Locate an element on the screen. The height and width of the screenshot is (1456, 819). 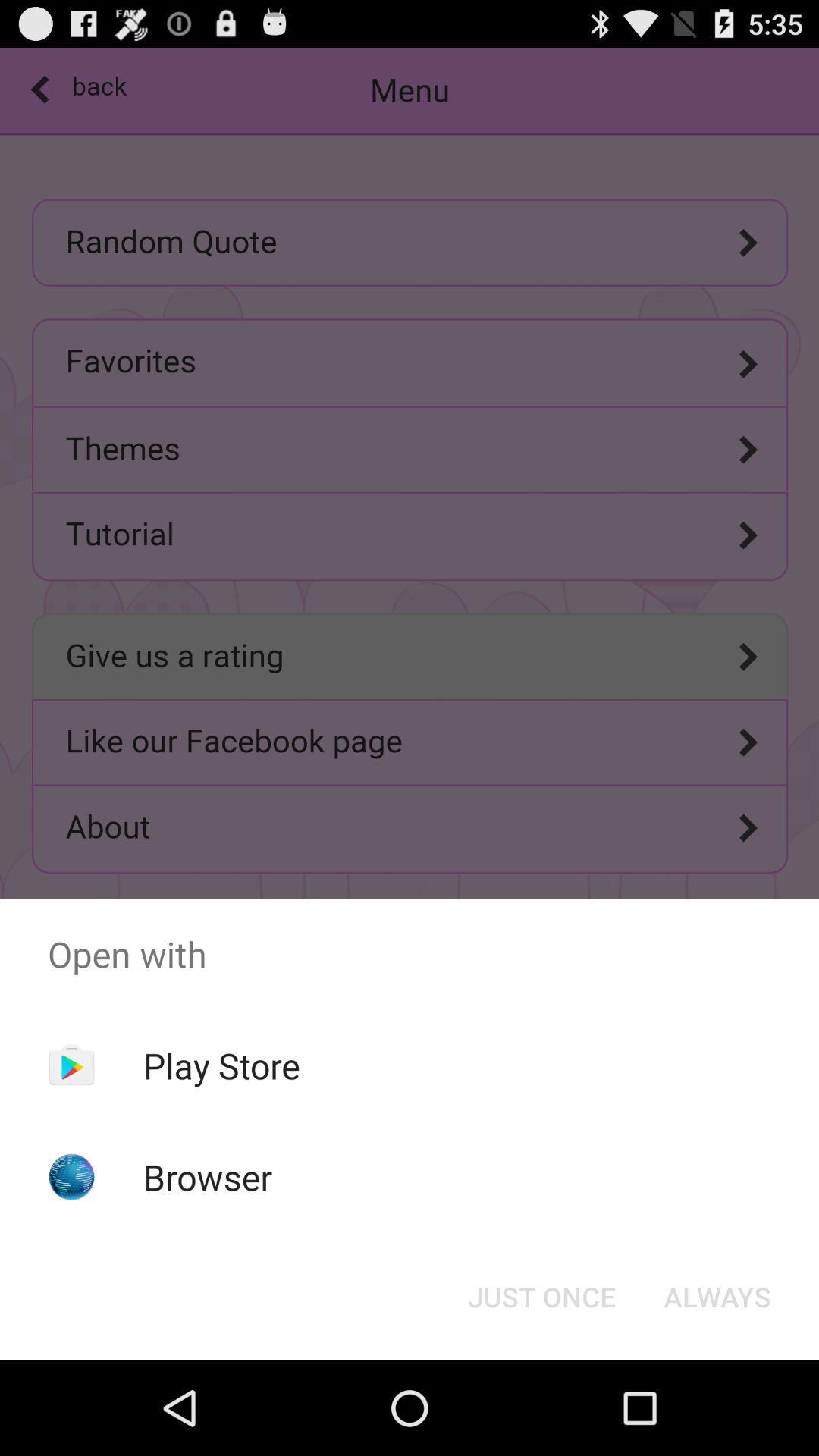
the button to the left of always item is located at coordinates (541, 1295).